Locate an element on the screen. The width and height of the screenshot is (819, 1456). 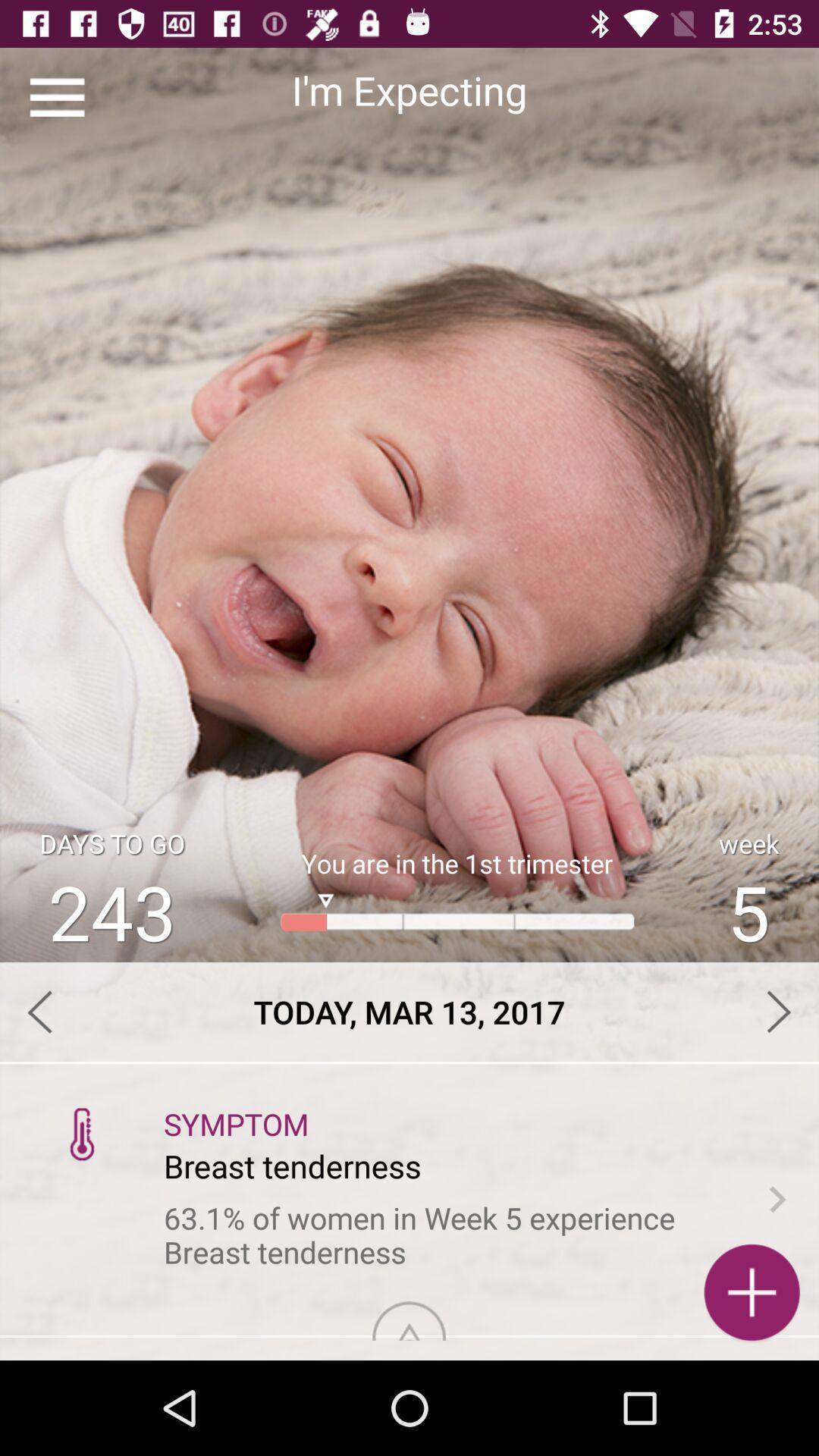
the icon to the left of the symptom app is located at coordinates (82, 1134).